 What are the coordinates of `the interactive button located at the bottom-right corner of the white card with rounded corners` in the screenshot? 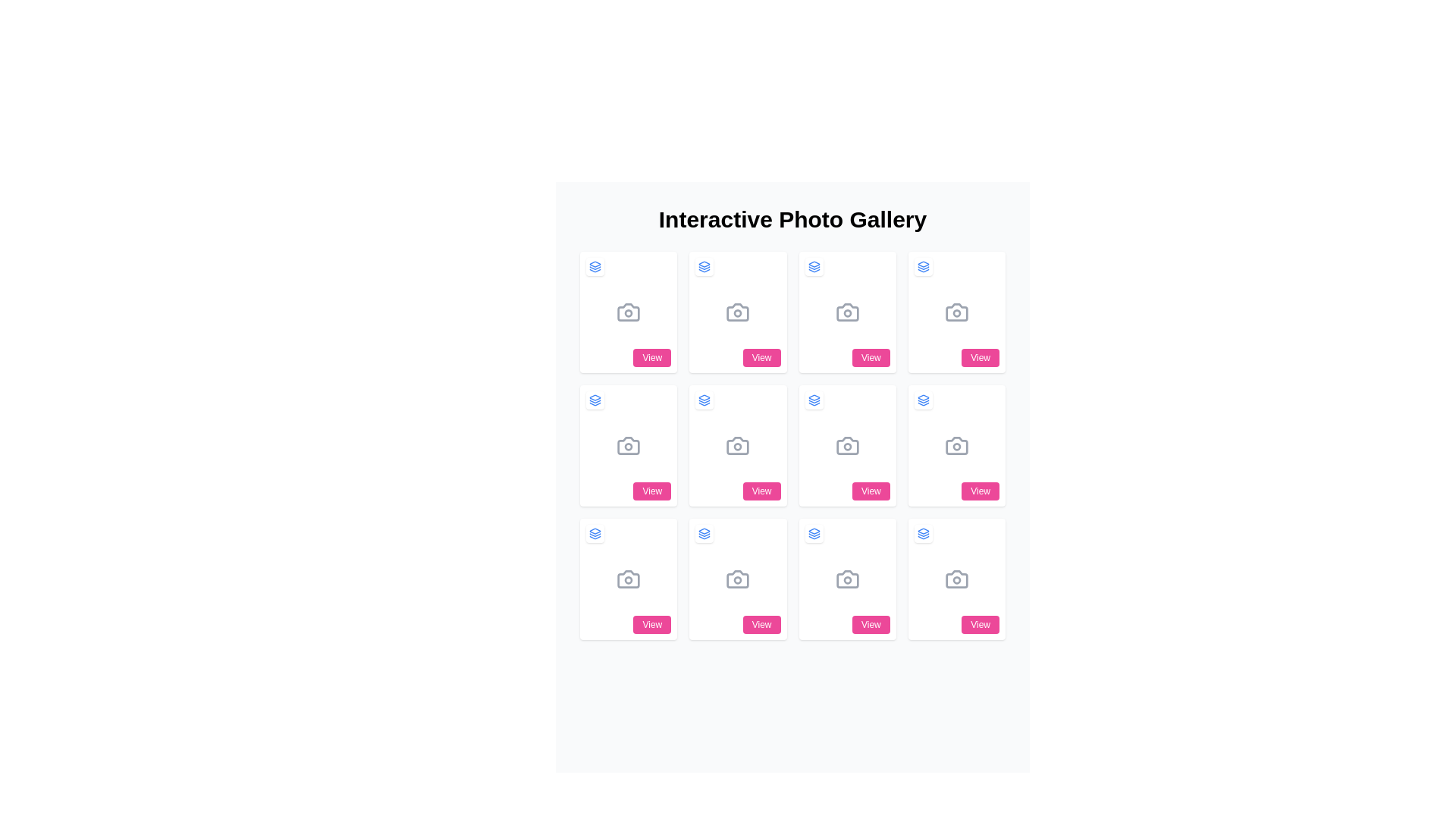 It's located at (651, 625).